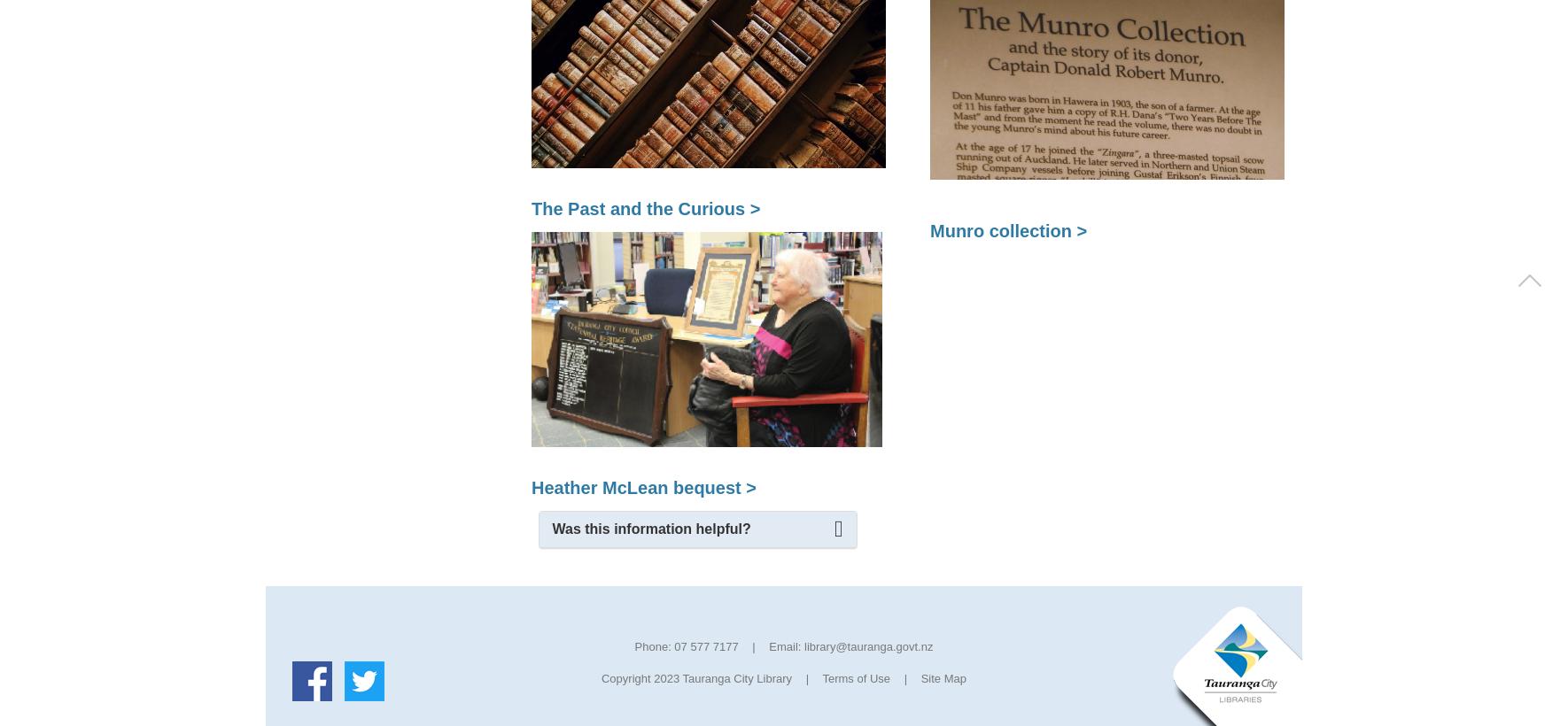 Image resolution: width=1568 pixels, height=726 pixels. Describe the element at coordinates (650, 529) in the screenshot. I see `'Was this information helpful?'` at that location.